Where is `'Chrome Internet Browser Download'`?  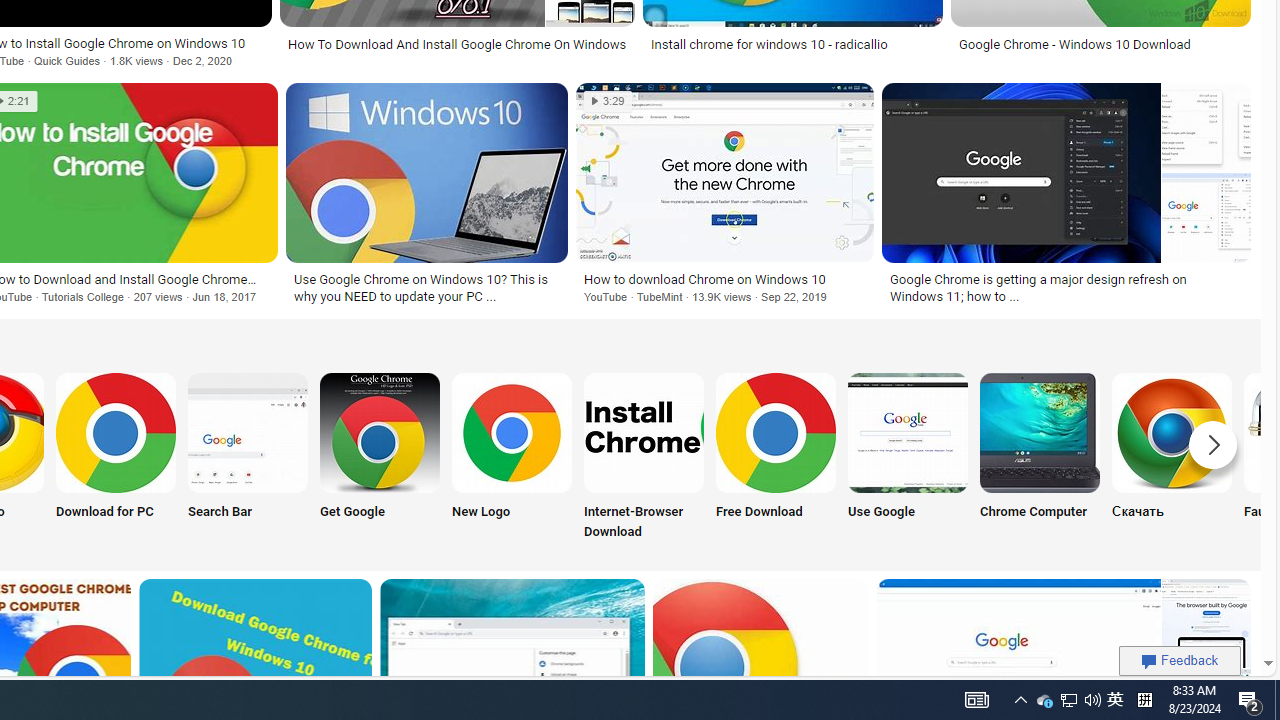 'Chrome Internet Browser Download' is located at coordinates (643, 431).